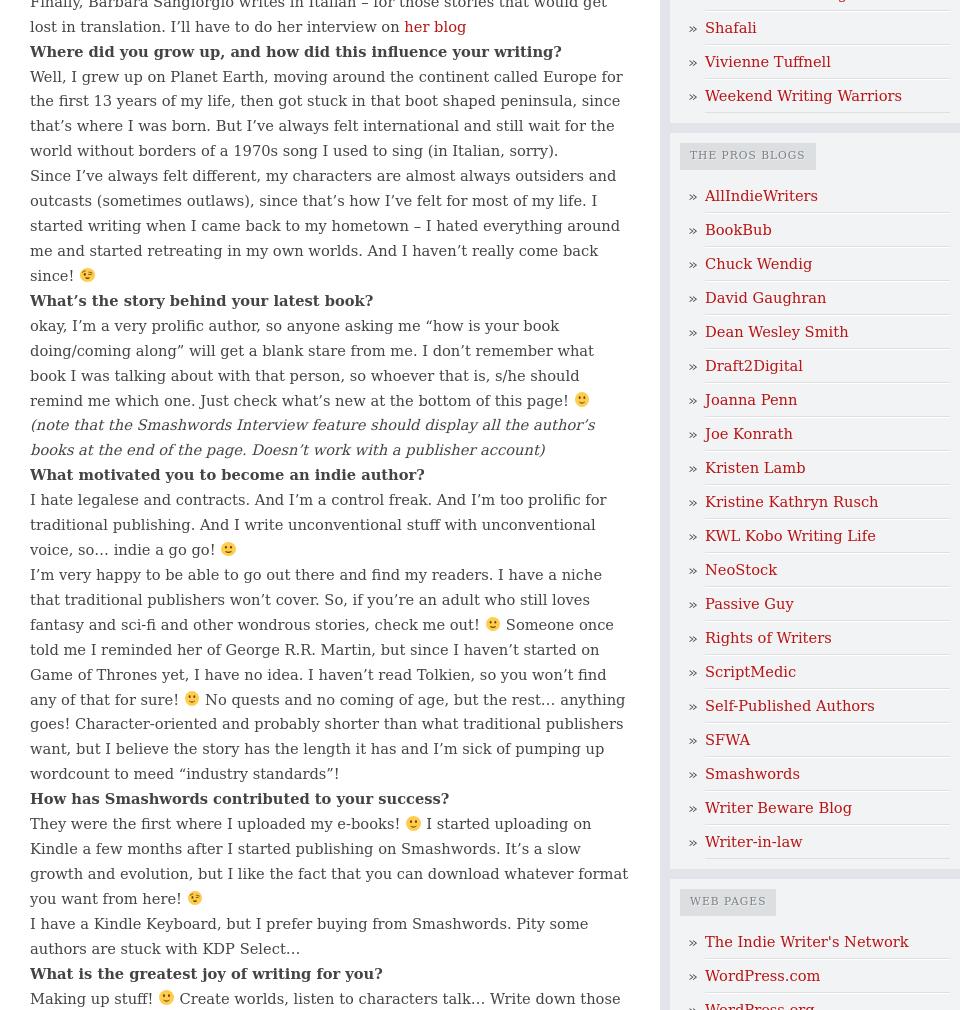 This screenshot has width=960, height=1010. Describe the element at coordinates (327, 734) in the screenshot. I see `'No quests and no coming of age, but the rest… anything goes! Character-oriented and probably shorter than what traditional publishers want, but I believe the story has the length it has and I’m sick of pumping up wordcount to meed “industry standards”!'` at that location.